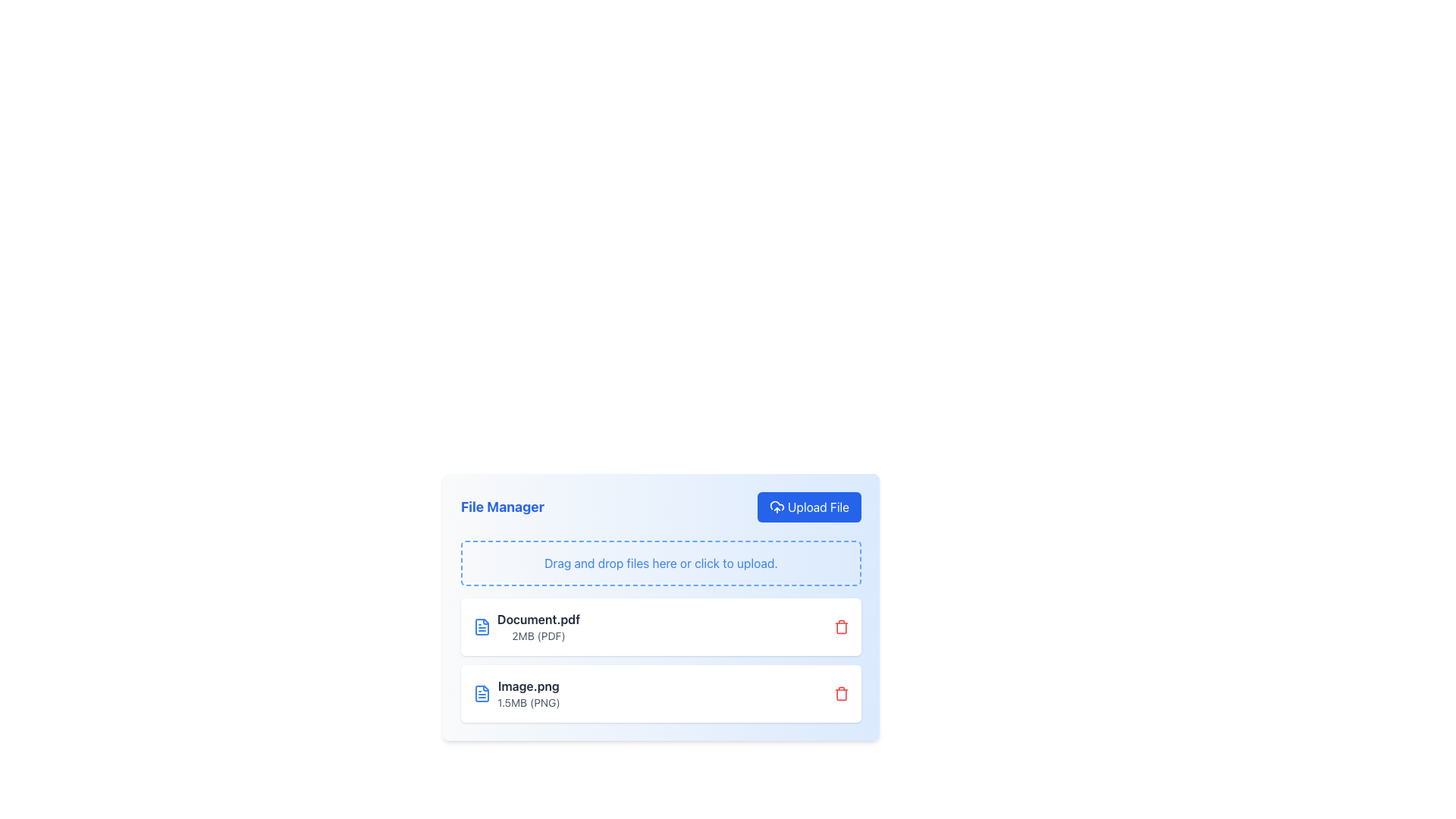  I want to click on the text label displaying '1.5MB (PNG)' which is positioned below the document icon 'Image.png' in the file manager interface, so click(529, 702).